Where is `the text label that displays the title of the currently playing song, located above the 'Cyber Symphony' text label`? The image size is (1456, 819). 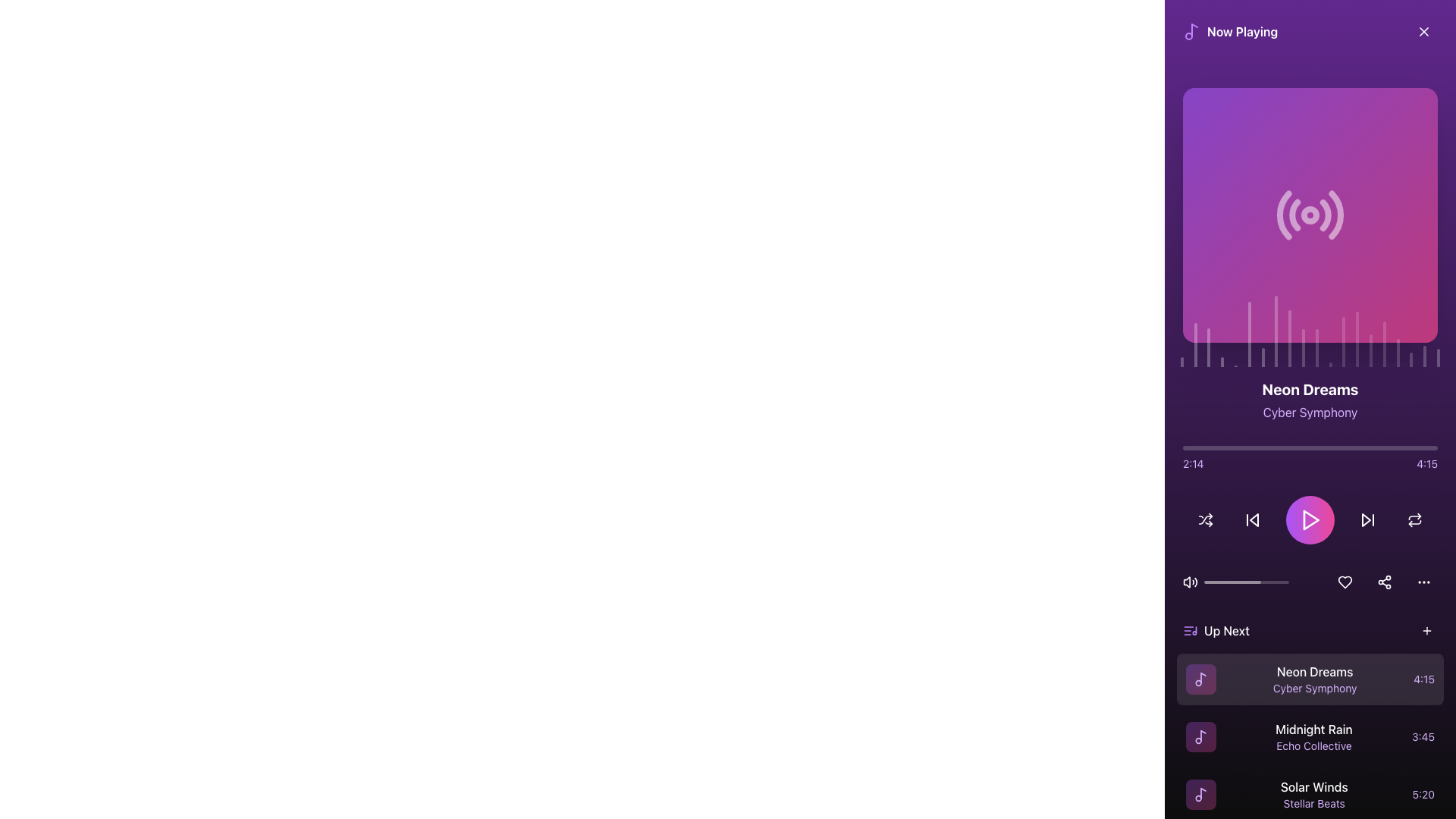
the text label that displays the title of the currently playing song, located above the 'Cyber Symphony' text label is located at coordinates (1310, 388).